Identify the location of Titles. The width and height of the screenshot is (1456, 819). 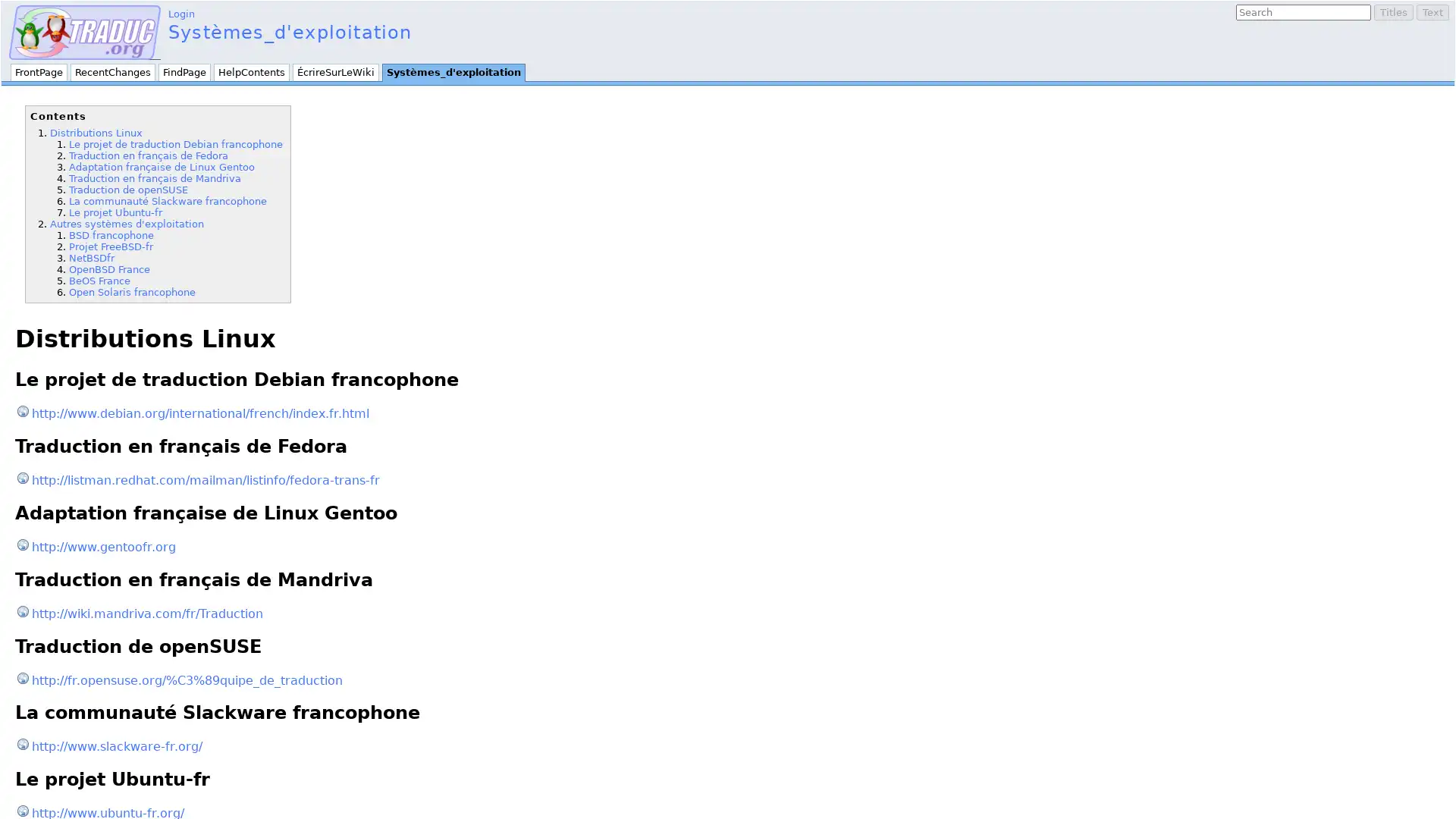
(1394, 12).